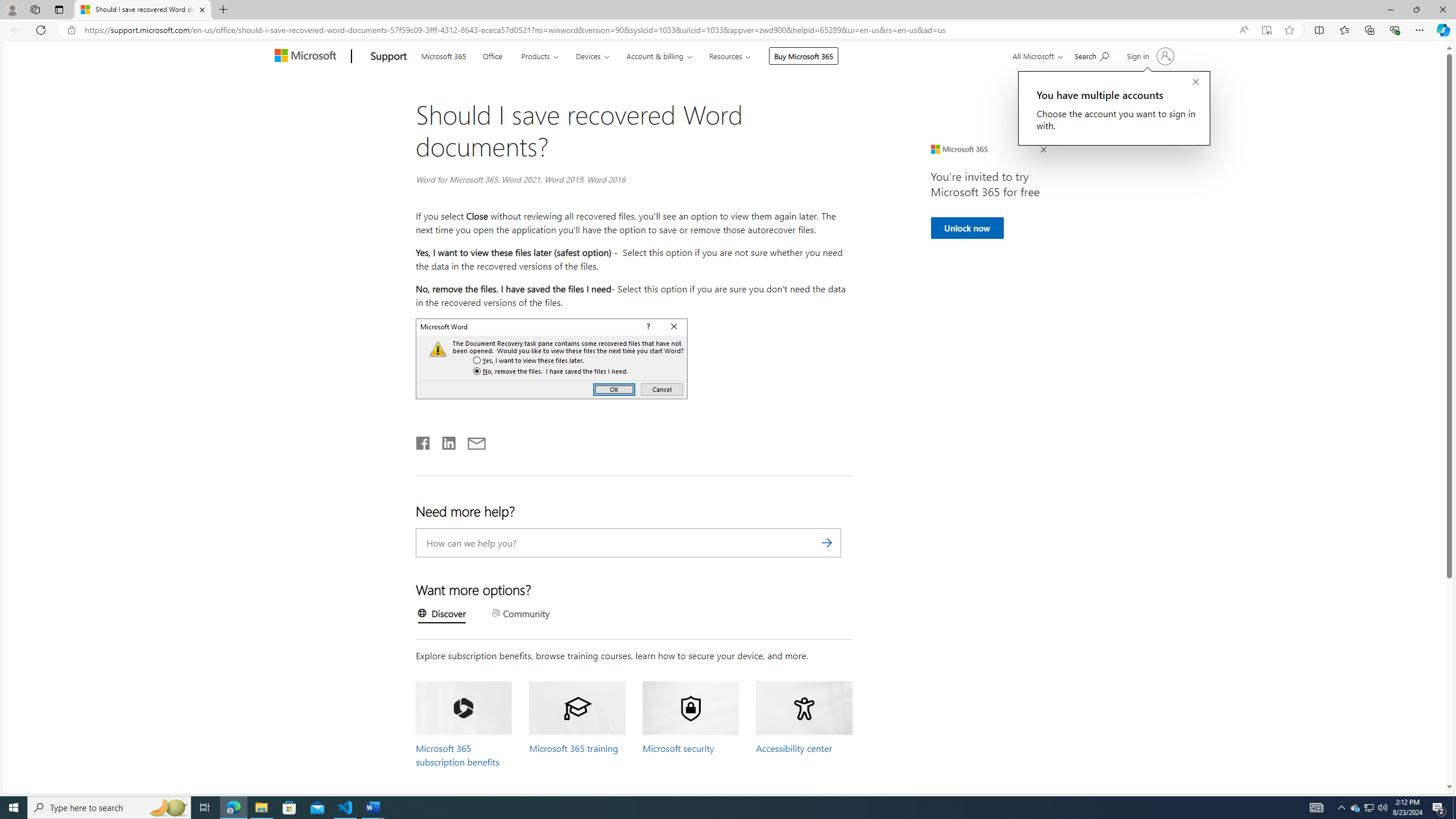  What do you see at coordinates (388, 56) in the screenshot?
I see `'Support'` at bounding box center [388, 56].